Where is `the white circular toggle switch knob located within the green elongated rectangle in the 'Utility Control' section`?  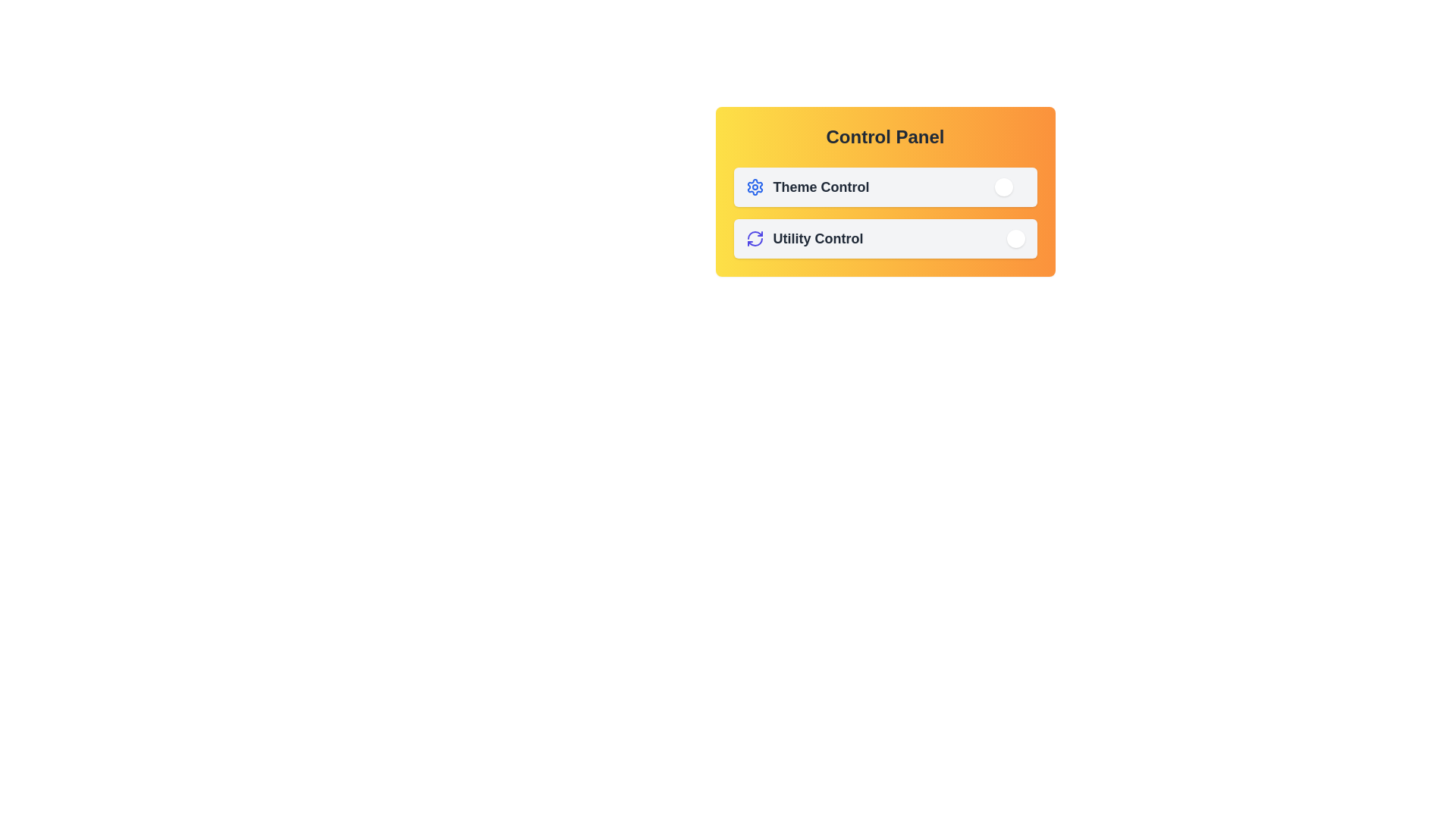 the white circular toggle switch knob located within the green elongated rectangle in the 'Utility Control' section is located at coordinates (1015, 239).